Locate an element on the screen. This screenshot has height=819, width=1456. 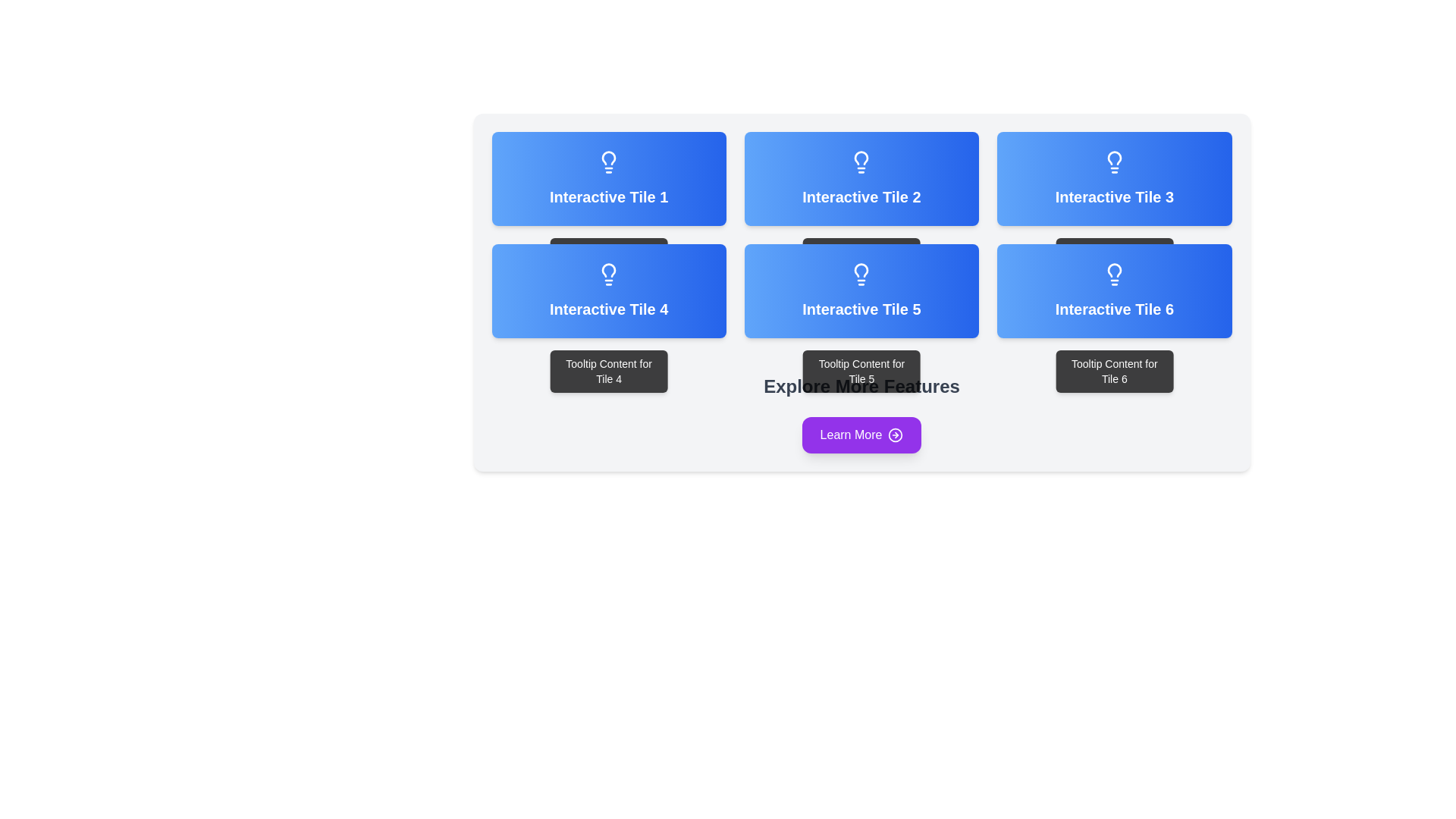
the lightbulb icon located in the 'Interactive Tile 4' section, which is centrally positioned in the leftmost tile of the second row in a grid of tiles is located at coordinates (609, 269).